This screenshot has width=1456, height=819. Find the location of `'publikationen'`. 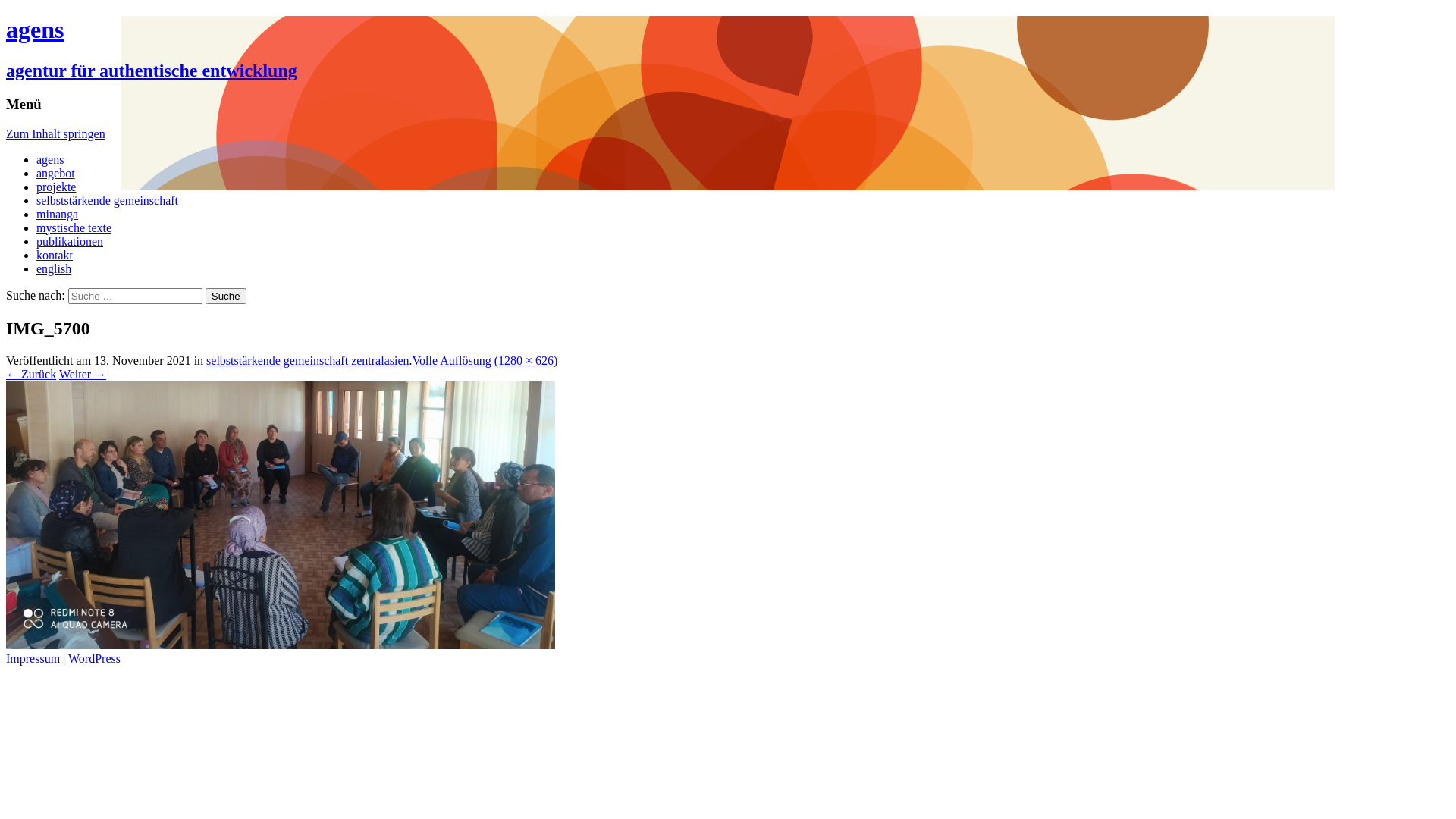

'publikationen' is located at coordinates (36, 240).